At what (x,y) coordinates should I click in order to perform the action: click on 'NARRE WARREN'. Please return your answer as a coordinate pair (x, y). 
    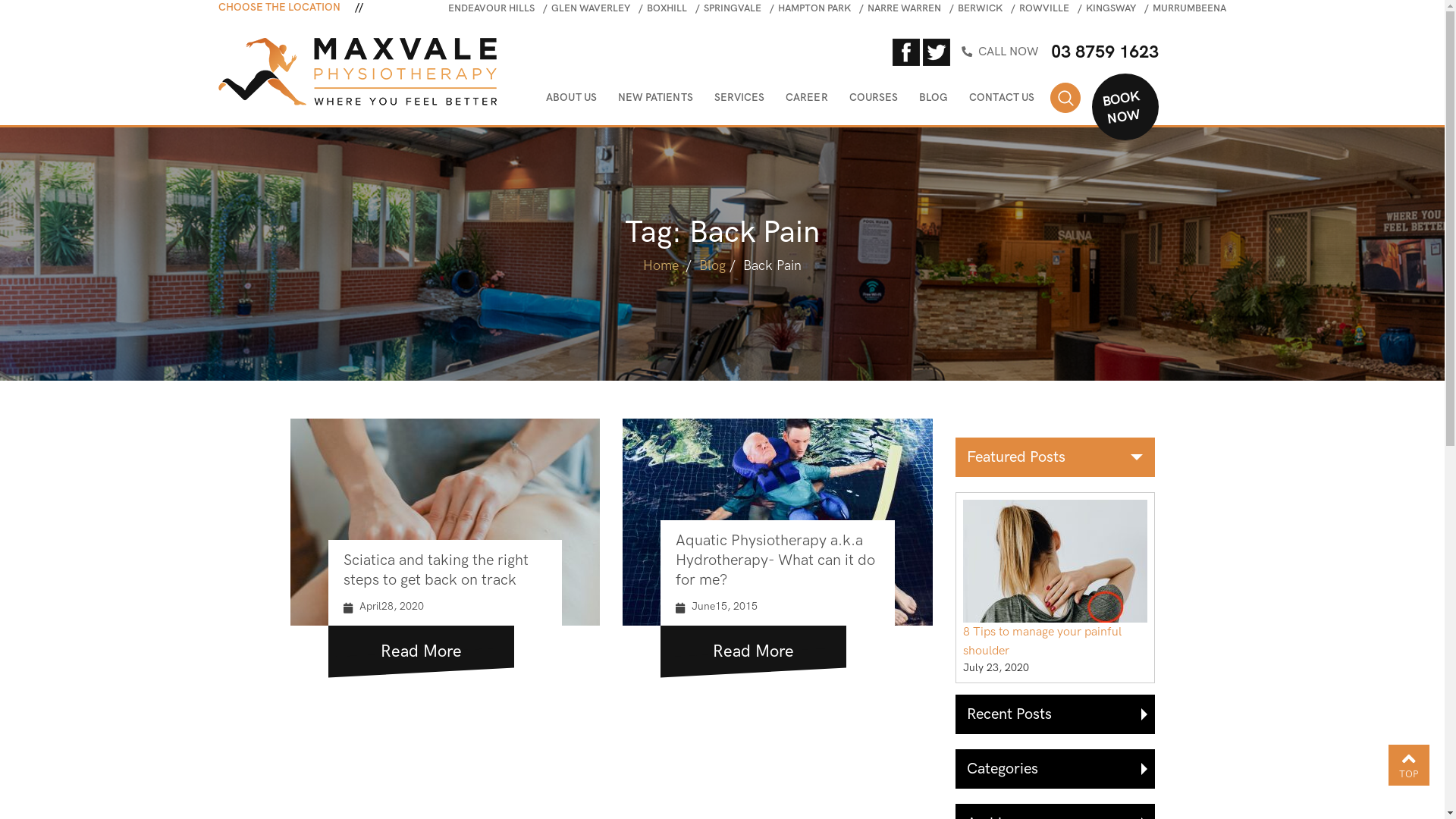
    Looking at the image, I should click on (904, 8).